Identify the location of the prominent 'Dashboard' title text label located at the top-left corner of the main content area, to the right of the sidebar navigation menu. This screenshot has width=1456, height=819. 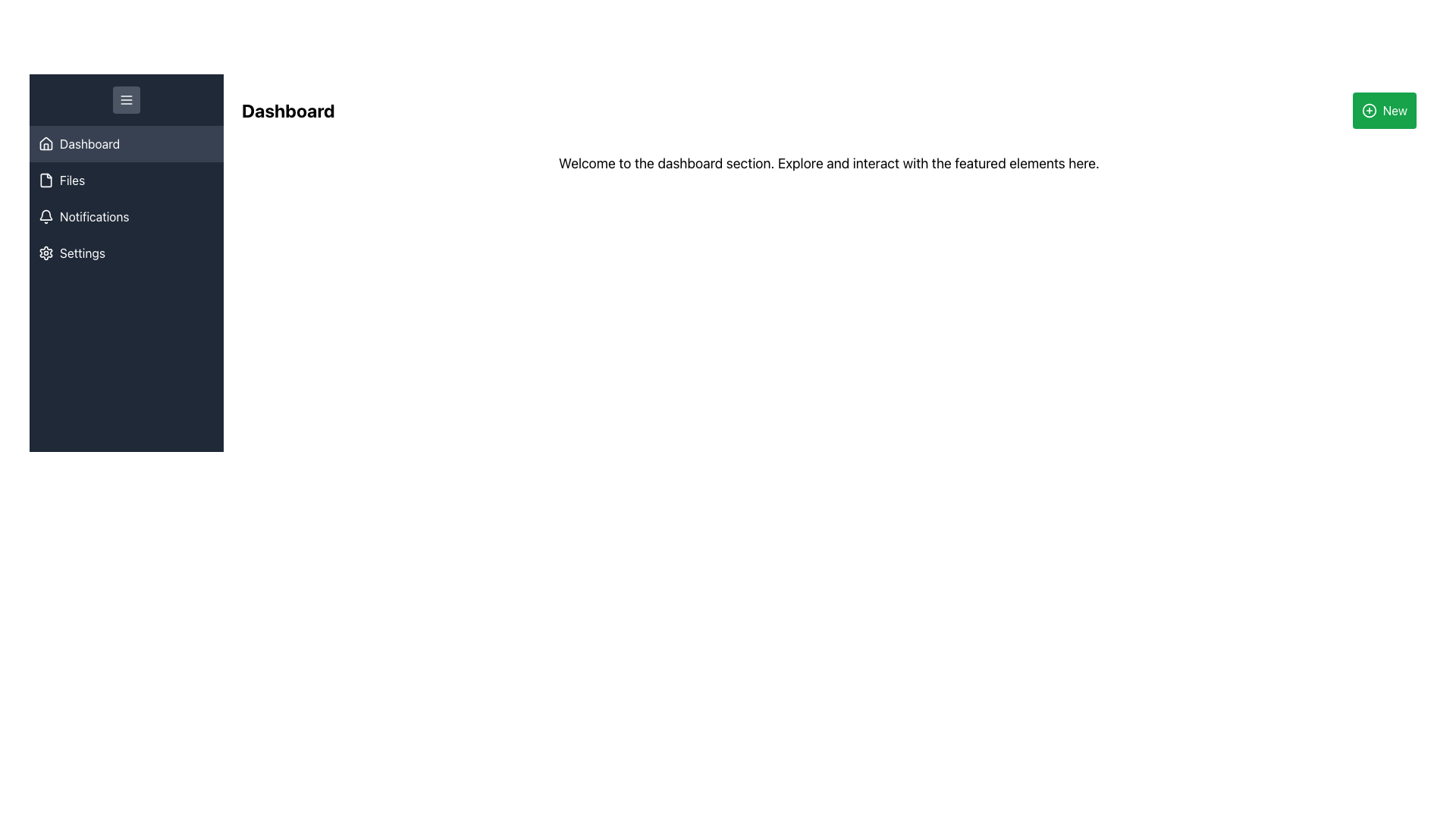
(288, 110).